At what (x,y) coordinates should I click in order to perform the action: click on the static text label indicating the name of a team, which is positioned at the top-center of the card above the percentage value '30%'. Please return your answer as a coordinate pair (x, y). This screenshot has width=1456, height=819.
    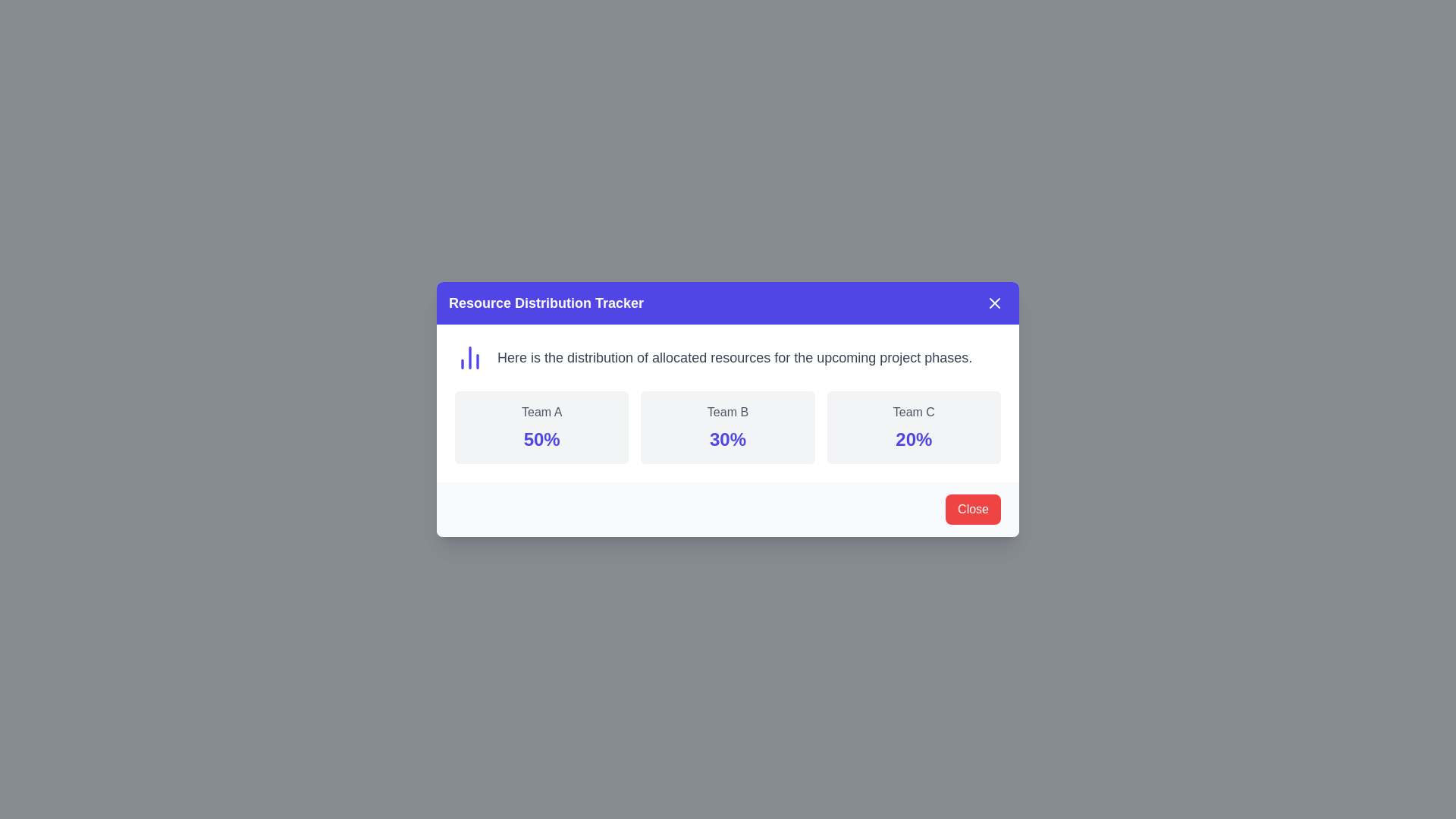
    Looking at the image, I should click on (728, 412).